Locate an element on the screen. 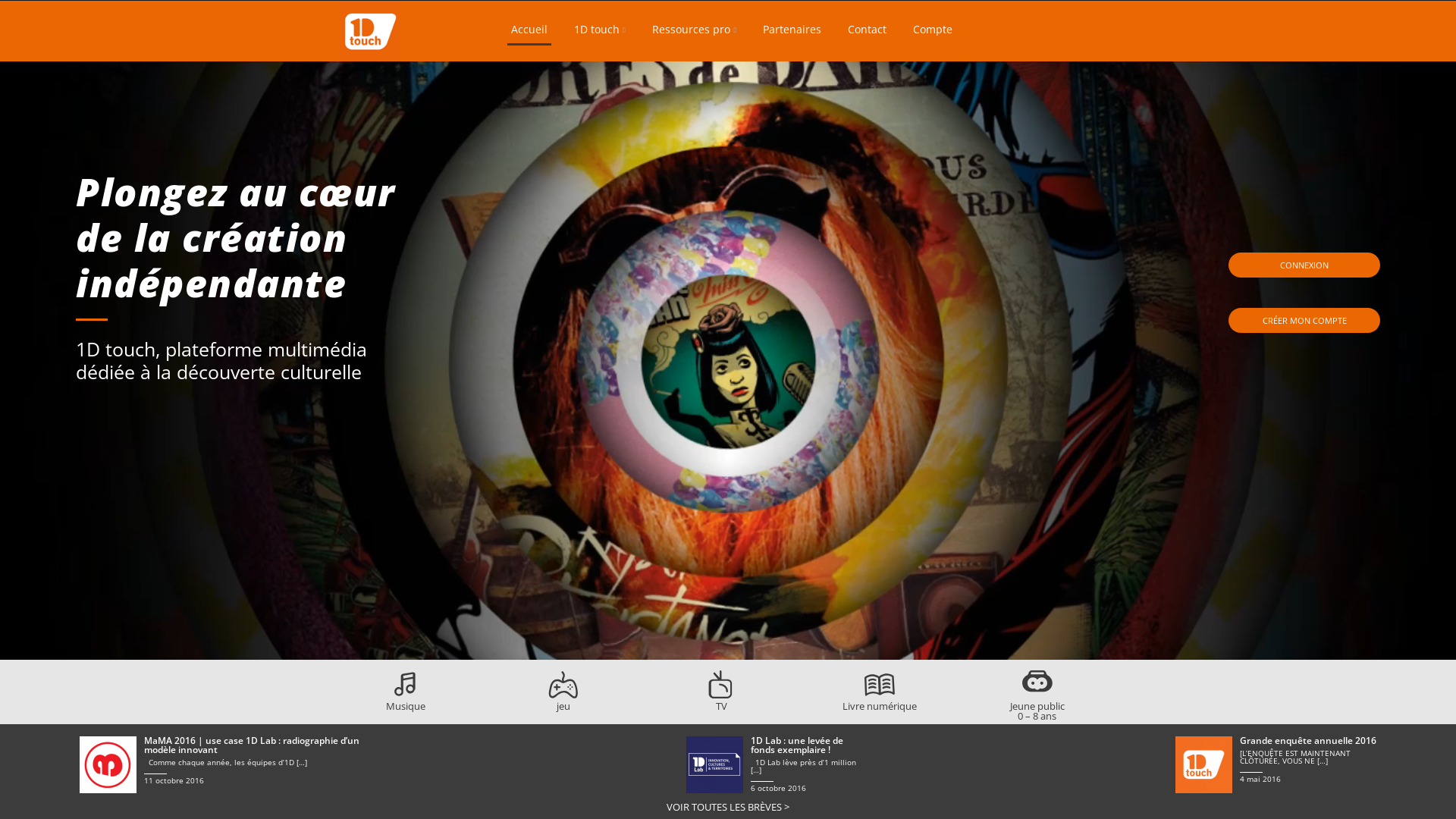 The image size is (1456, 819). 'Ressources pro' is located at coordinates (648, 31).